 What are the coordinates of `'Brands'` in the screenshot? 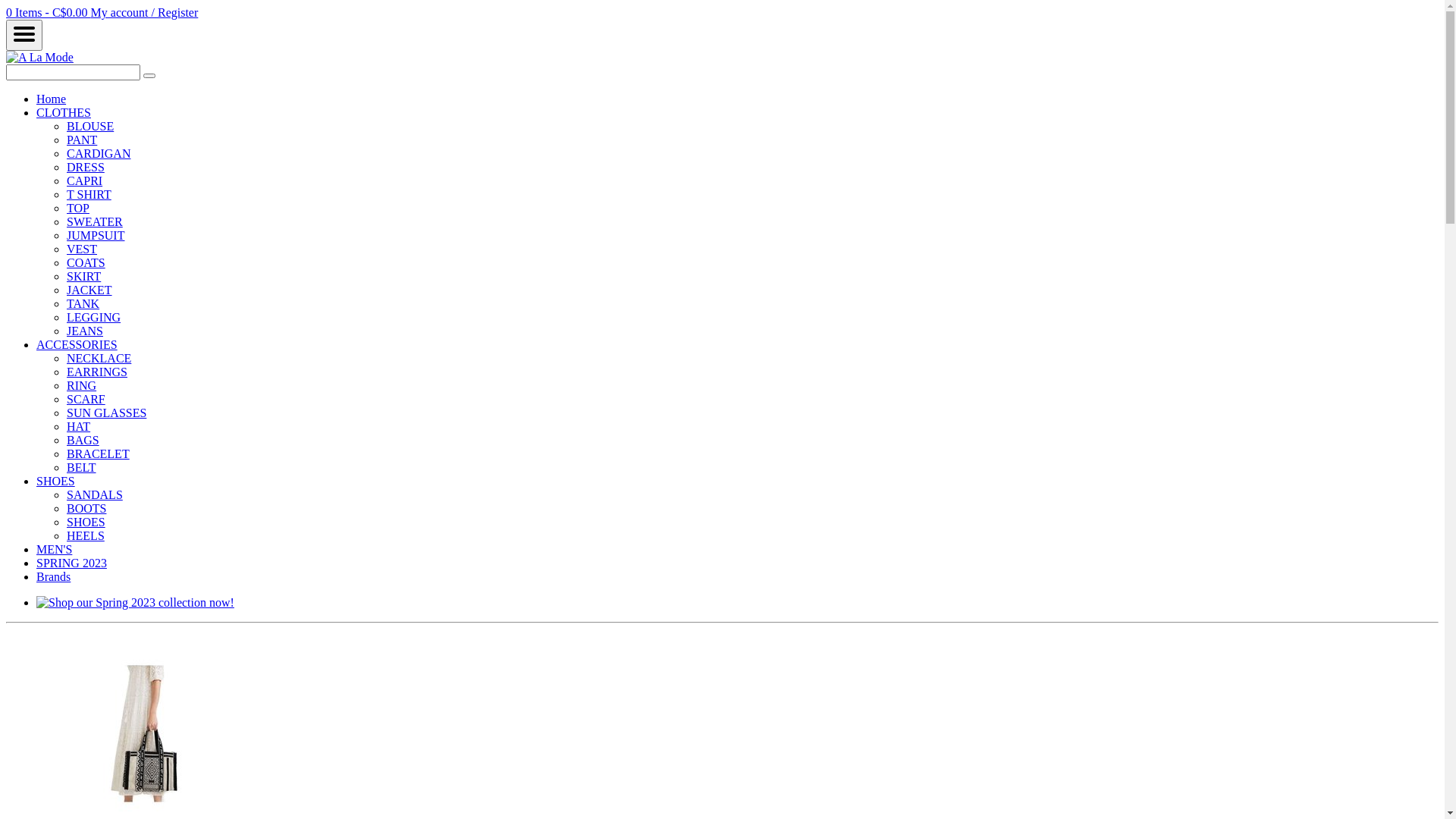 It's located at (53, 576).